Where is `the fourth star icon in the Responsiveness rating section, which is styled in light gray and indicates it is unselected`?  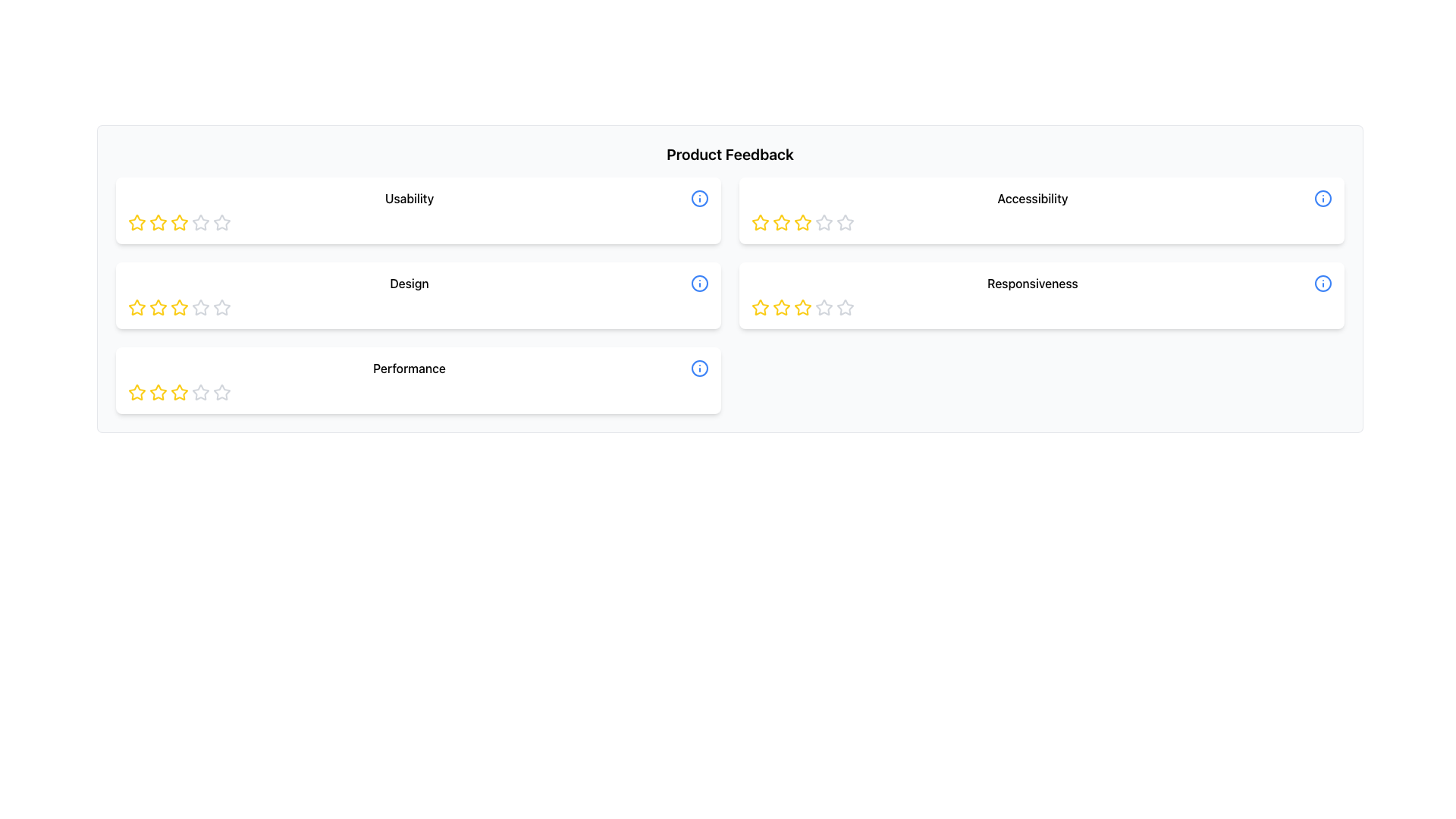
the fourth star icon in the Responsiveness rating section, which is styled in light gray and indicates it is unselected is located at coordinates (823, 307).